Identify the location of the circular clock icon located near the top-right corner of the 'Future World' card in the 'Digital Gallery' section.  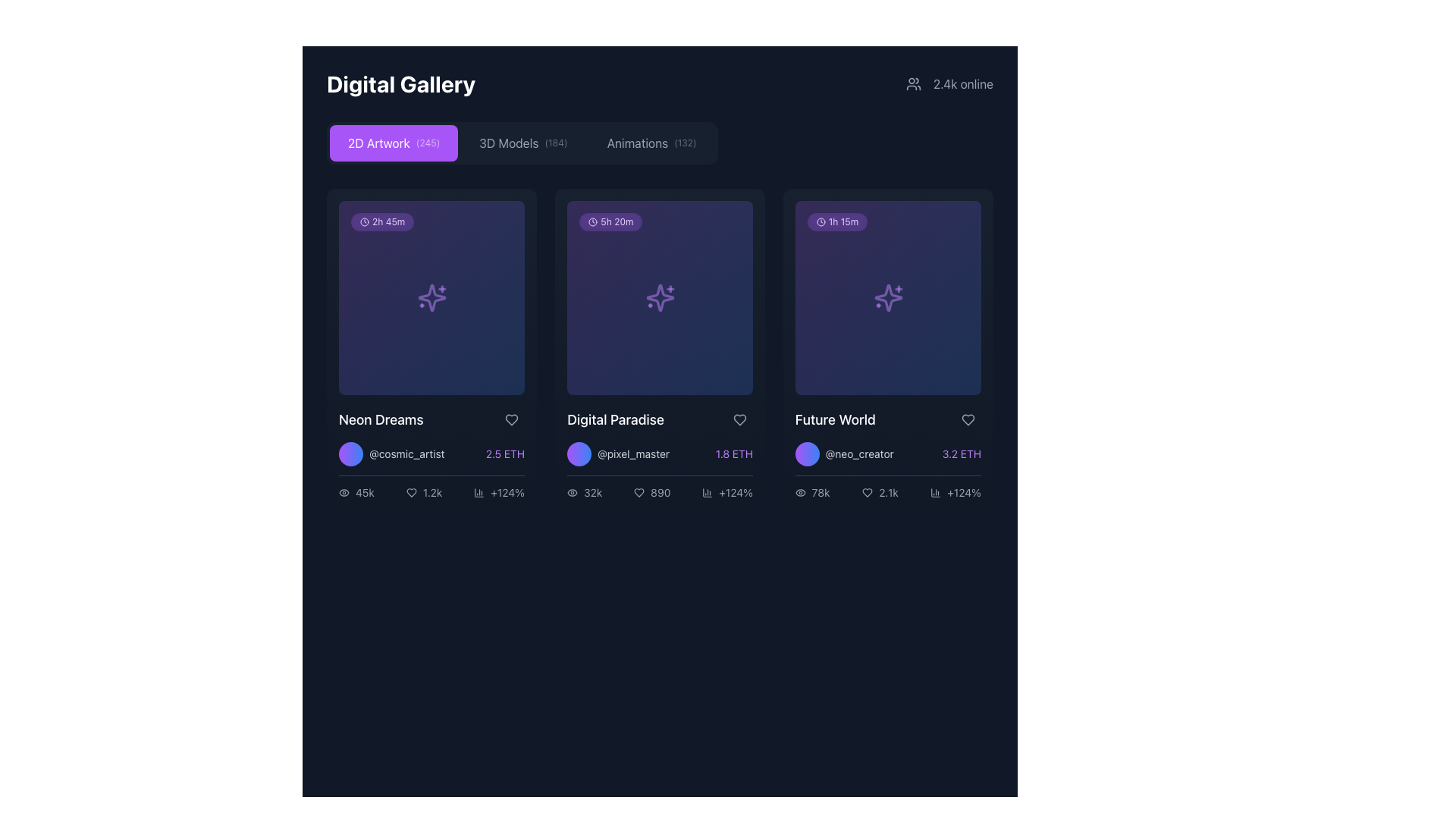
(821, 222).